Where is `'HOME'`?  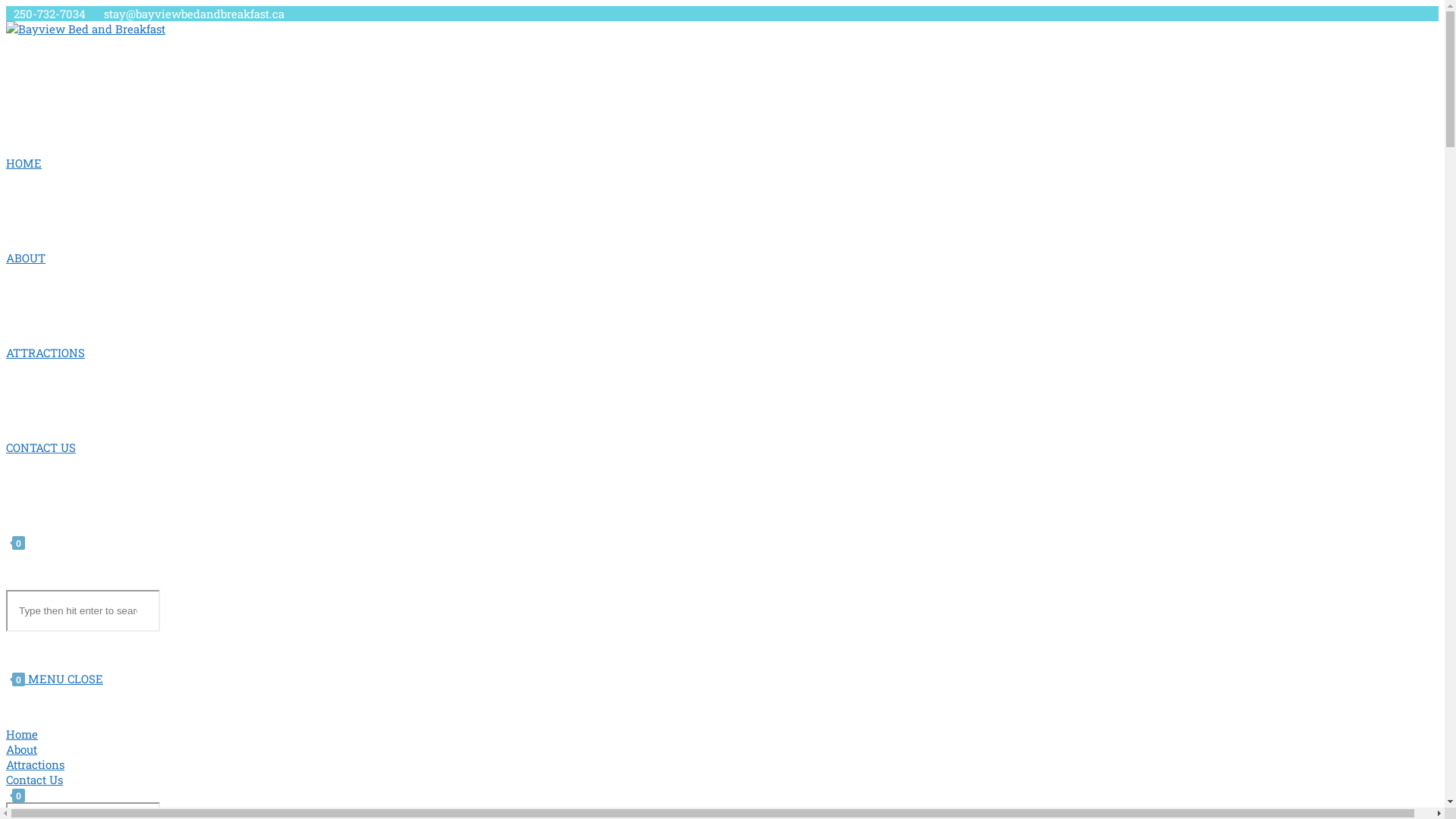
'HOME' is located at coordinates (24, 163).